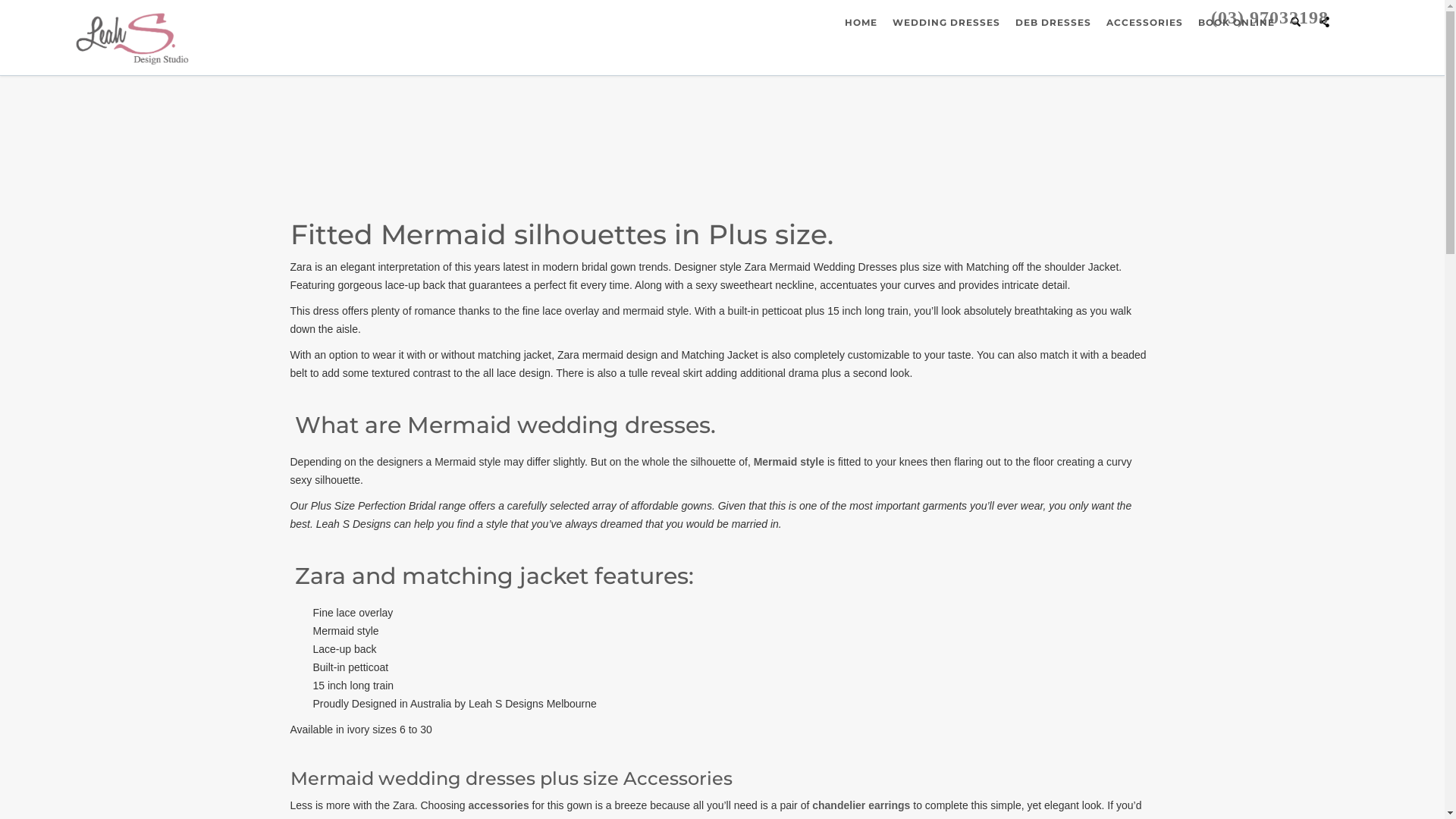 The image size is (1456, 819). Describe the element at coordinates (1144, 23) in the screenshot. I see `'ACCESSORIES'` at that location.